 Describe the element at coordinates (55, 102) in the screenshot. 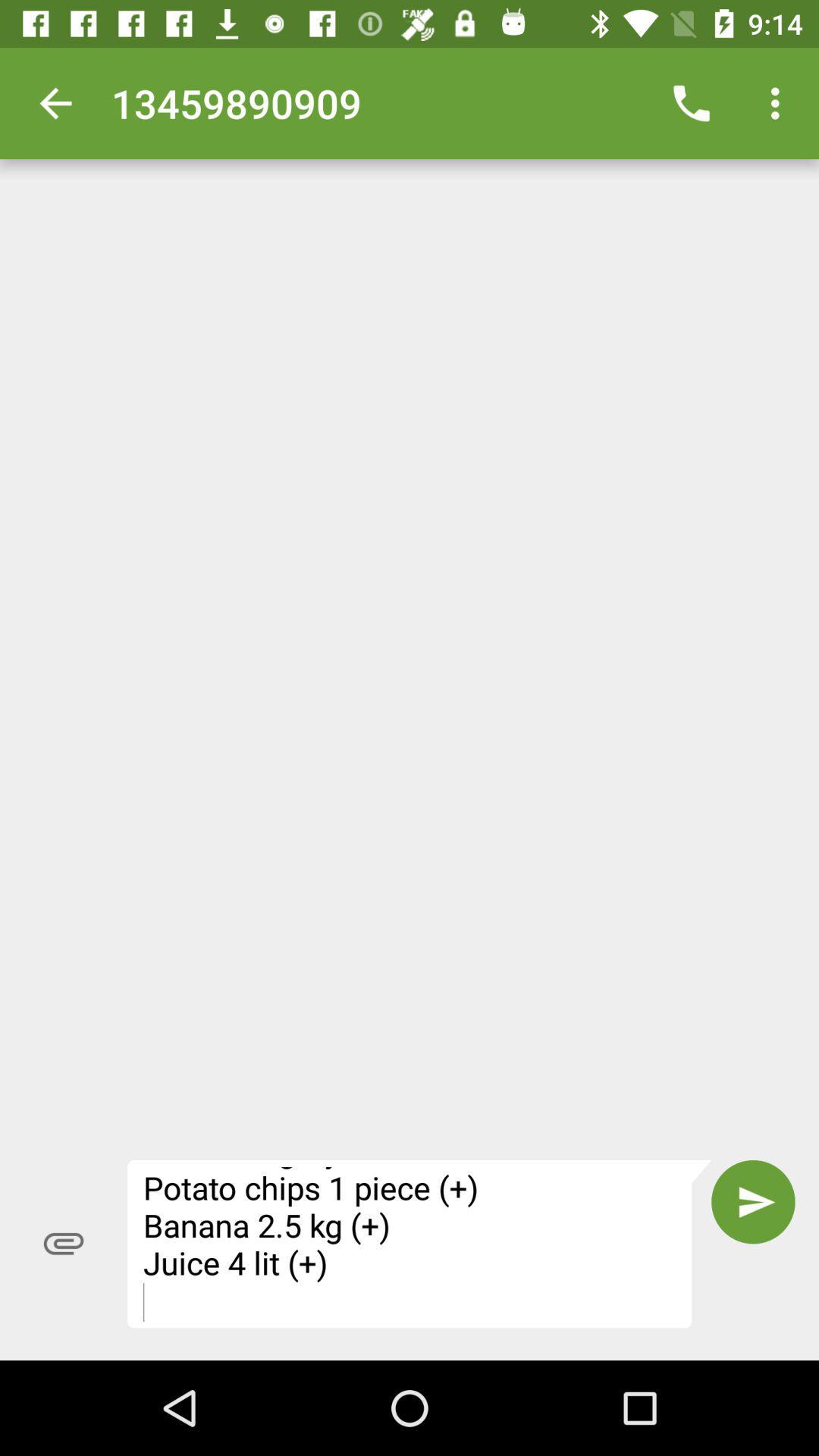

I see `icon to the left of the 13459890909 item` at that location.